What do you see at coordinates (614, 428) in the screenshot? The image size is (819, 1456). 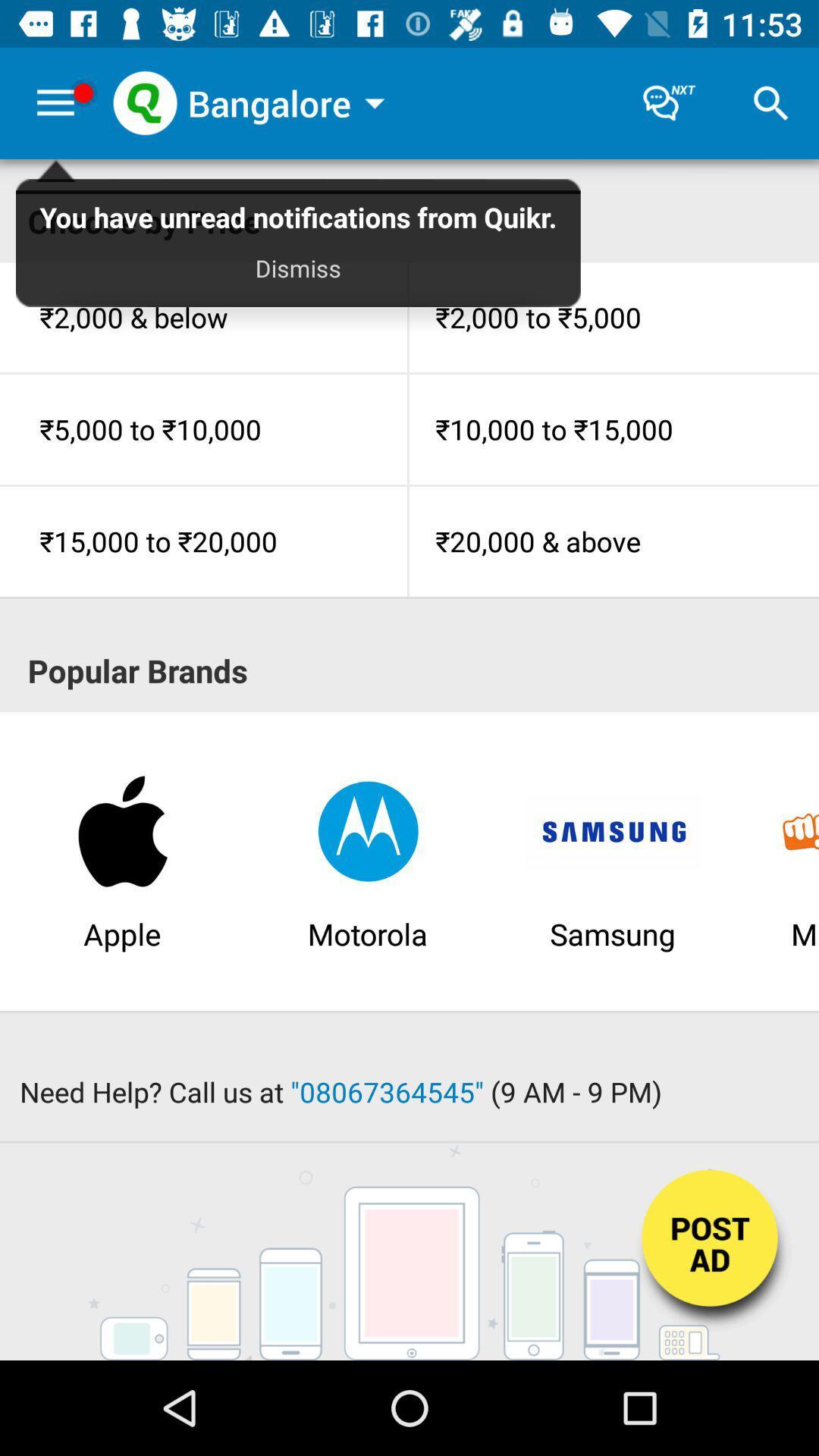 I see `the text which is immediately above 20000  above` at bounding box center [614, 428].